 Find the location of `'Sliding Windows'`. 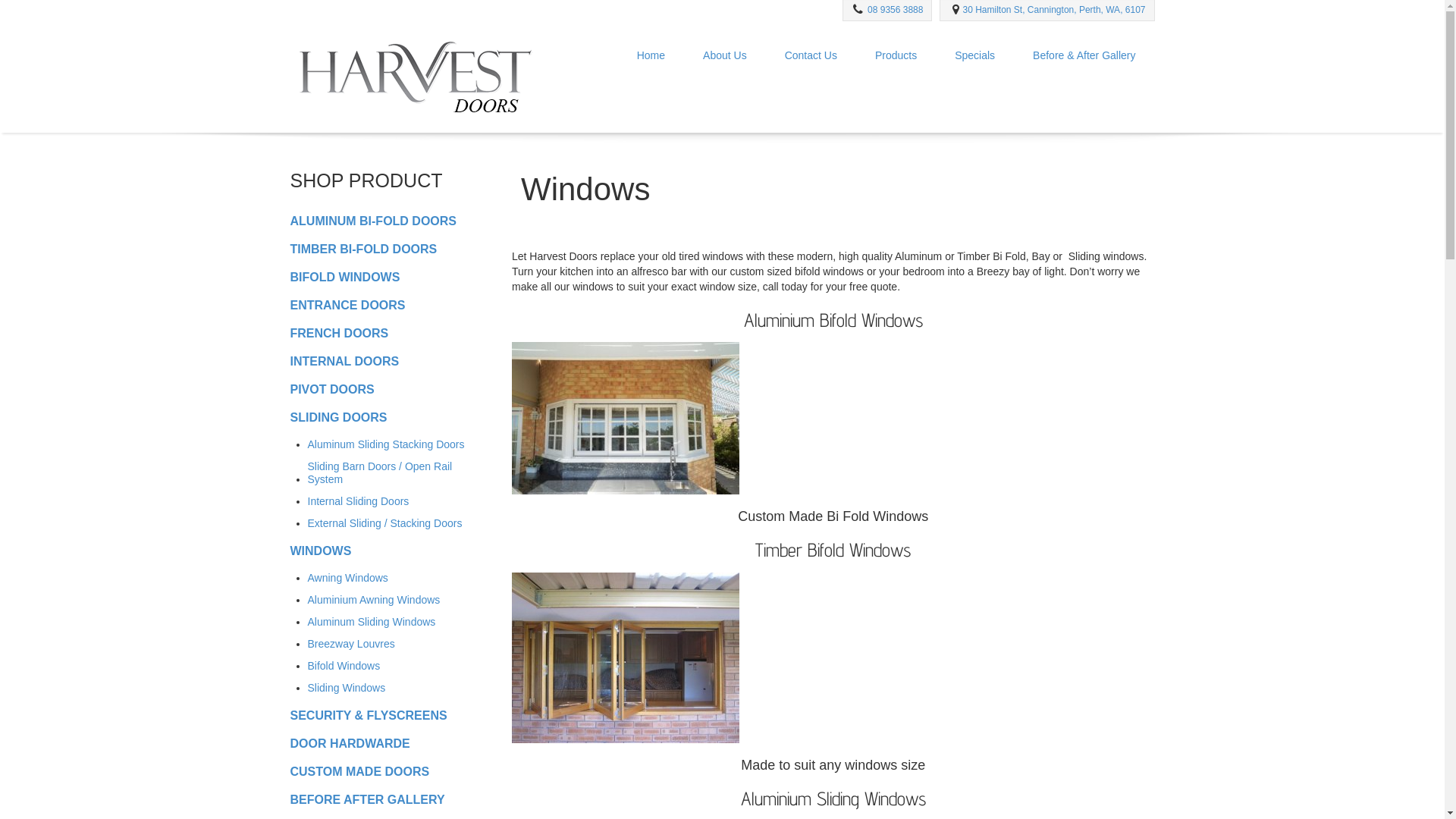

'Sliding Windows' is located at coordinates (346, 687).